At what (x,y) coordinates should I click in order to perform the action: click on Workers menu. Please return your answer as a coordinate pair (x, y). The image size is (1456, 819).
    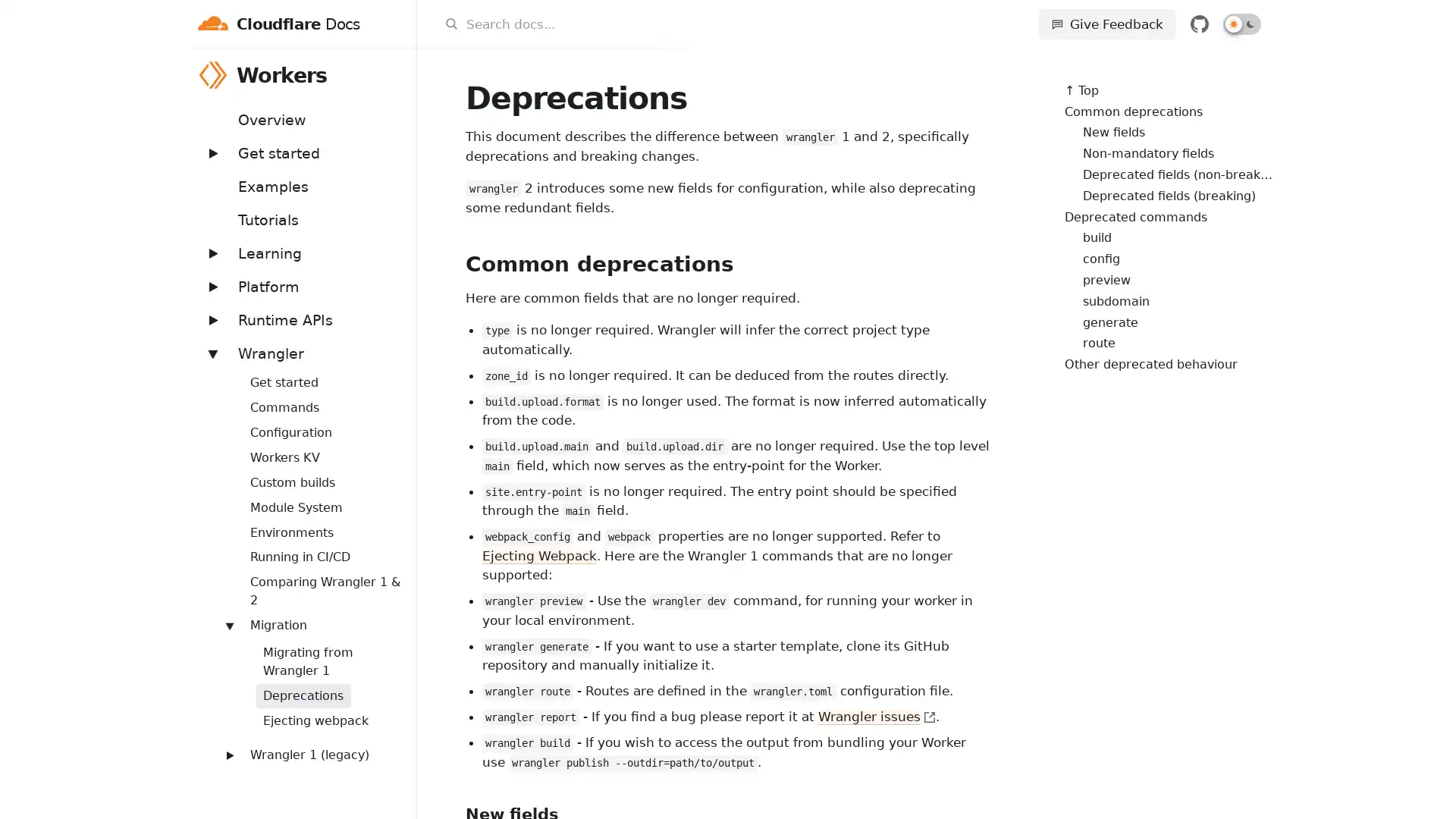
    Looking at the image, I should click on (396, 74).